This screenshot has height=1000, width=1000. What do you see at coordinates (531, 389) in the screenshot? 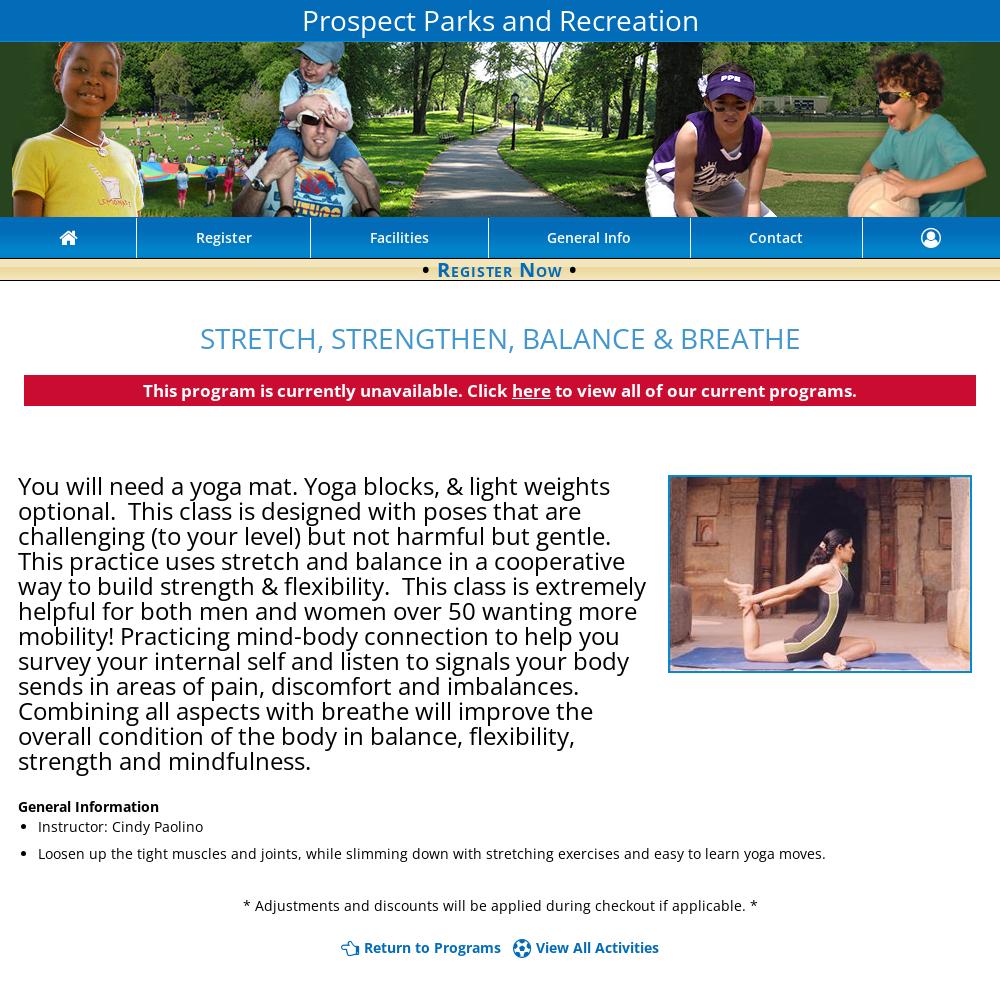
I see `'here'` at bounding box center [531, 389].